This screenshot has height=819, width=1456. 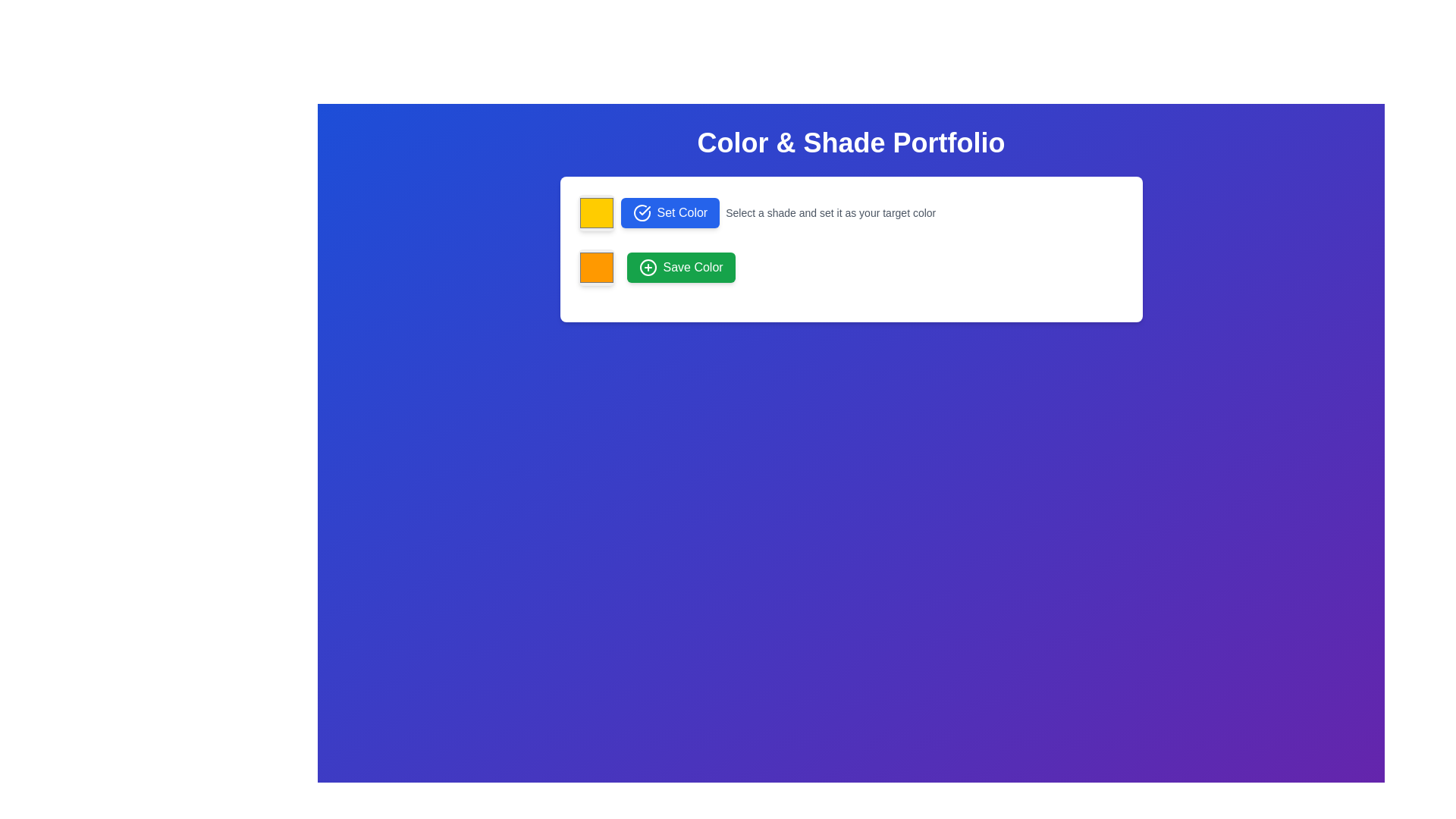 What do you see at coordinates (679, 267) in the screenshot?
I see `the green 'Save Color' button` at bounding box center [679, 267].